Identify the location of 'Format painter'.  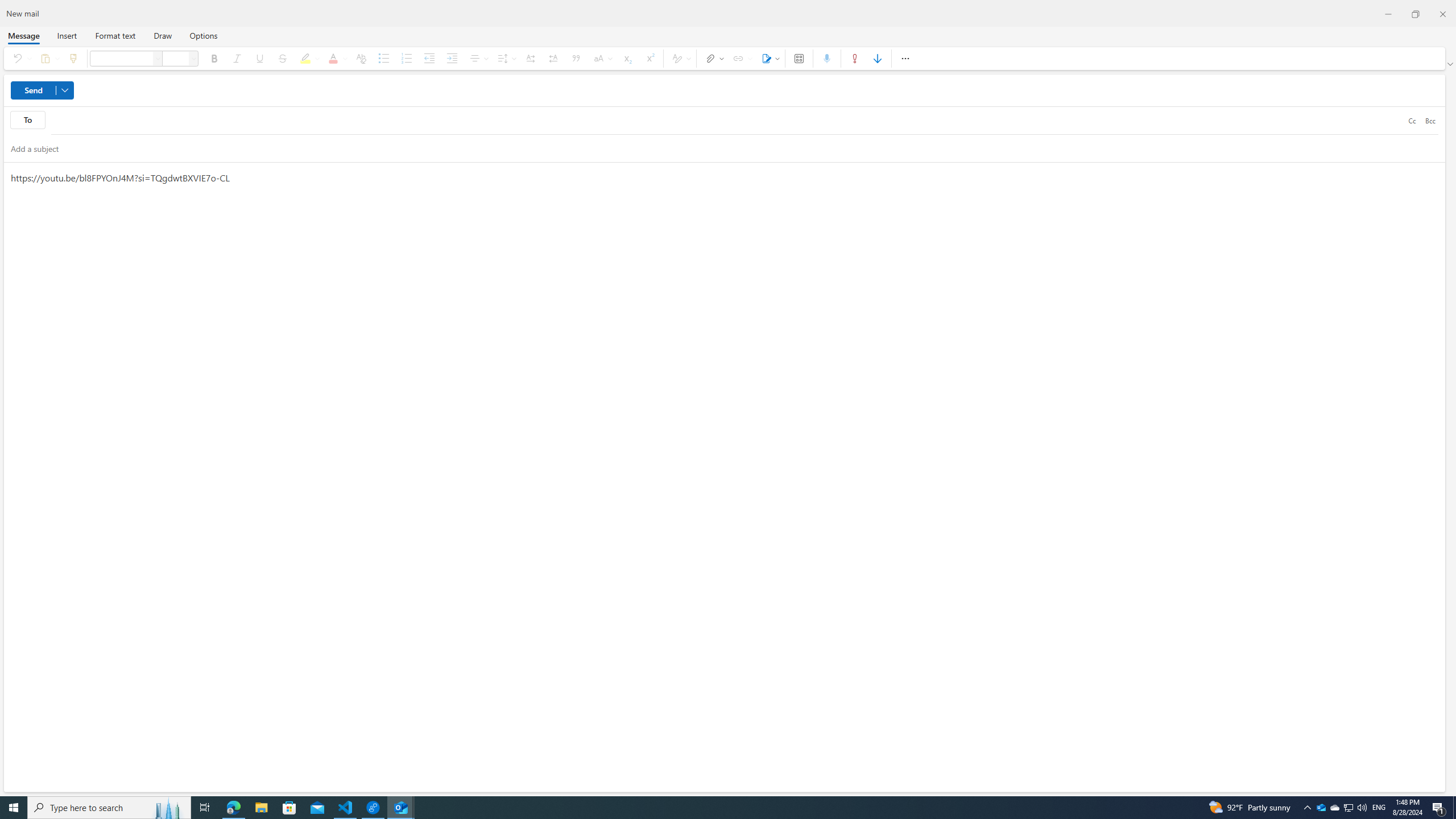
(73, 58).